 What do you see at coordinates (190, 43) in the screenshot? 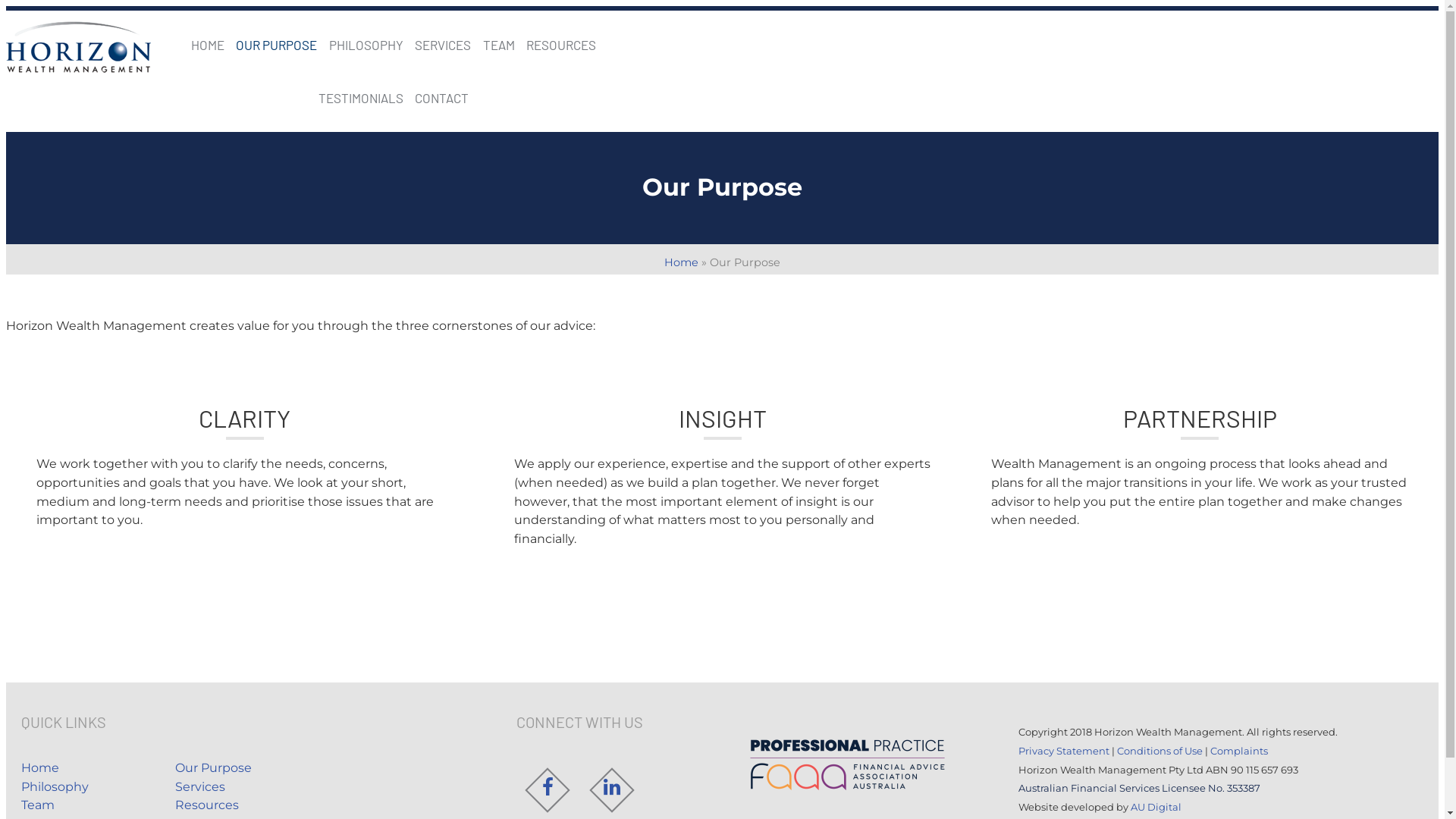
I see `'HOME'` at bounding box center [190, 43].